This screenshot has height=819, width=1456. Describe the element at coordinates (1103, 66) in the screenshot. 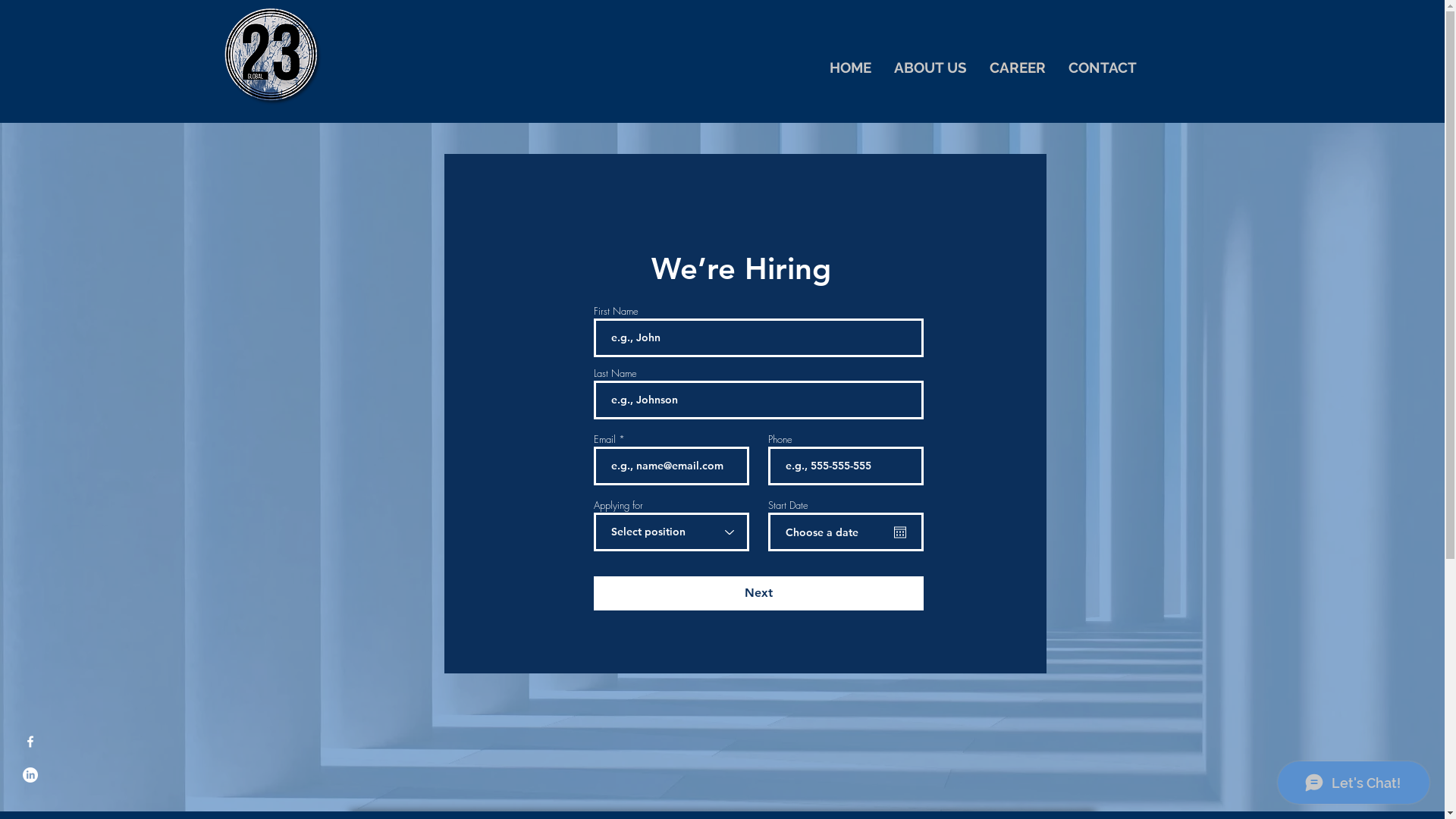

I see `'CONTACT'` at that location.